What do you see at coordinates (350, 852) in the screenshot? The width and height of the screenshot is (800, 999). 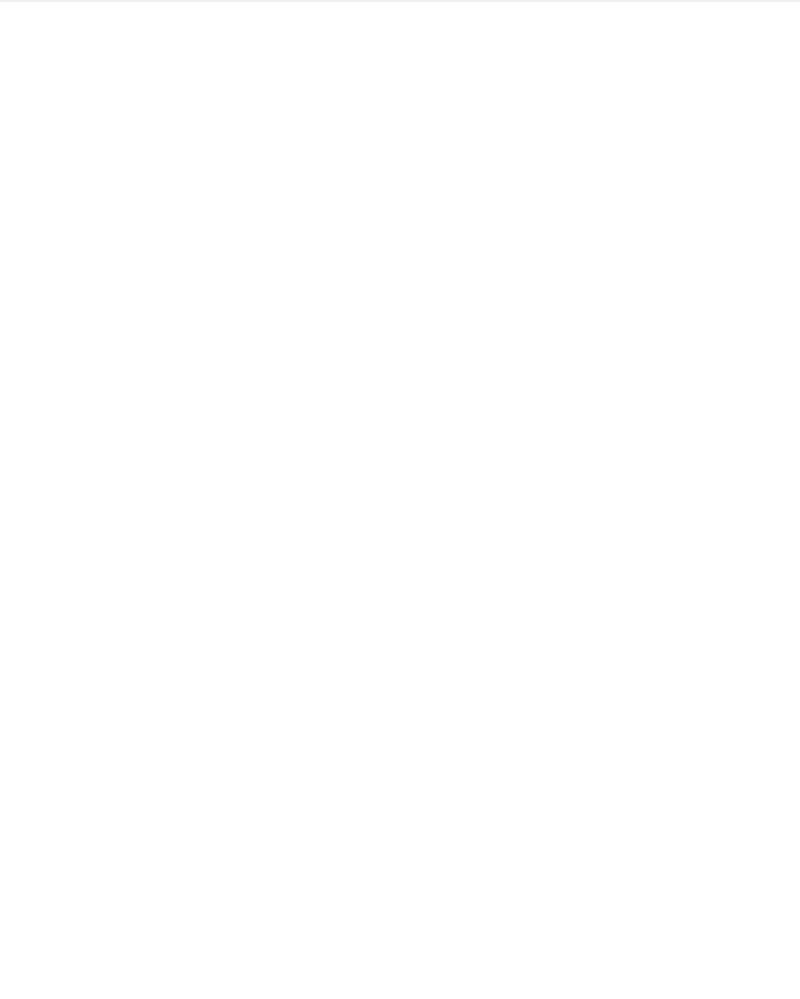 I see `'Landr has introduced an AI Mastering Plug-in for DAWs'` at bounding box center [350, 852].